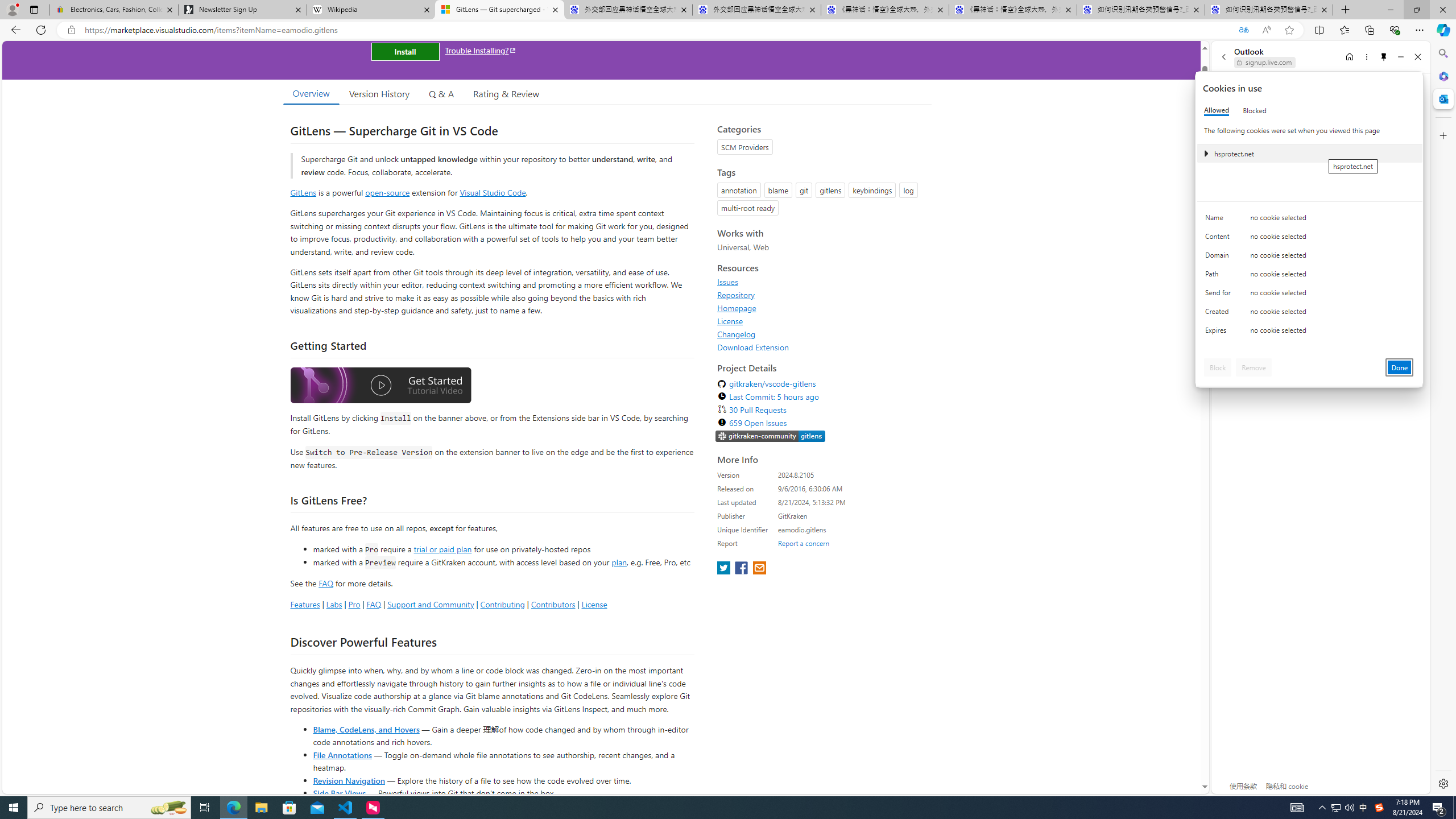 The image size is (1456, 819). I want to click on 'Block', so click(1217, 367).